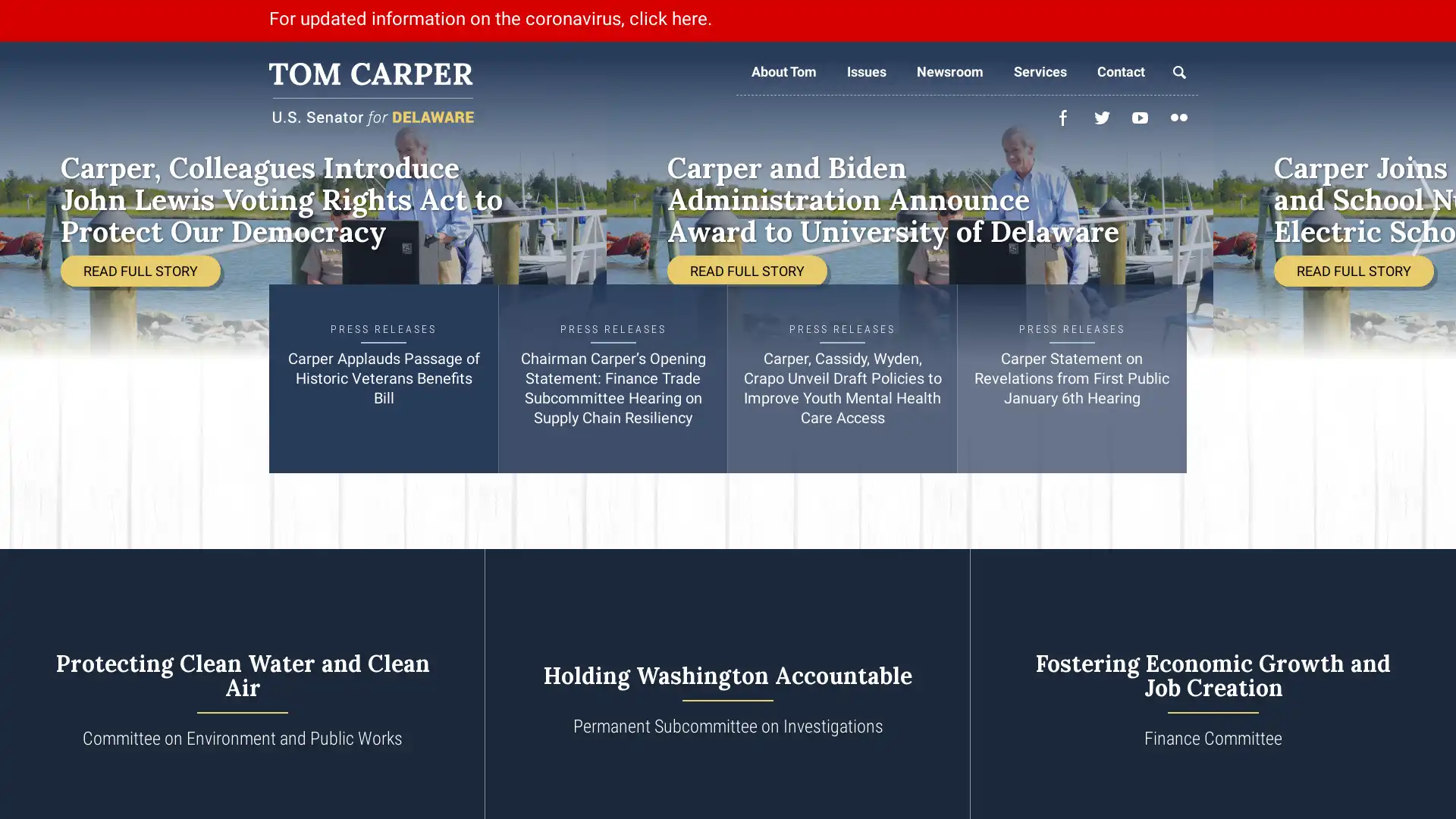 The width and height of the screenshot is (1456, 819). Describe the element at coordinates (1178, 72) in the screenshot. I see `Search` at that location.